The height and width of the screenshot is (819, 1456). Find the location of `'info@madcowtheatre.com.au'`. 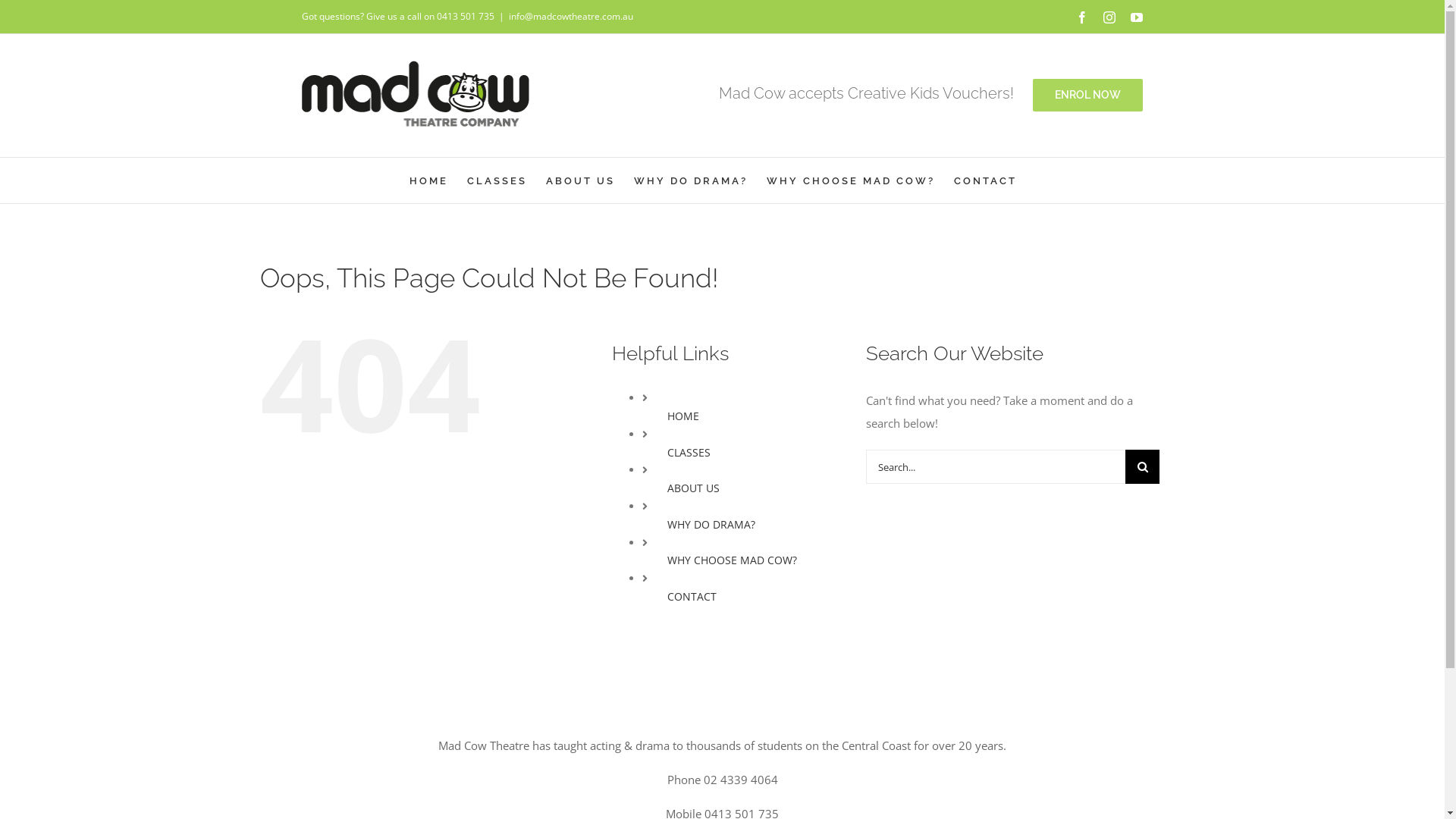

'info@madcowtheatre.com.au' is located at coordinates (570, 16).